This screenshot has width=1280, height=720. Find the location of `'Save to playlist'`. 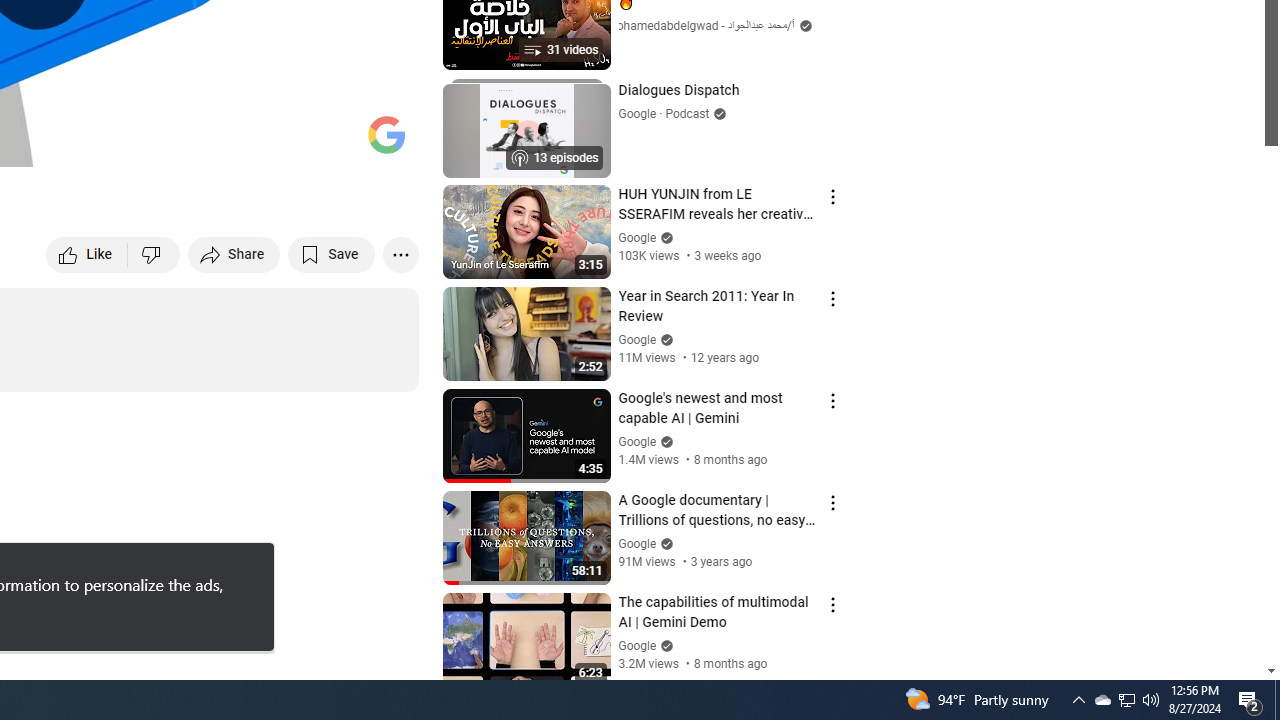

'Save to playlist' is located at coordinates (331, 253).